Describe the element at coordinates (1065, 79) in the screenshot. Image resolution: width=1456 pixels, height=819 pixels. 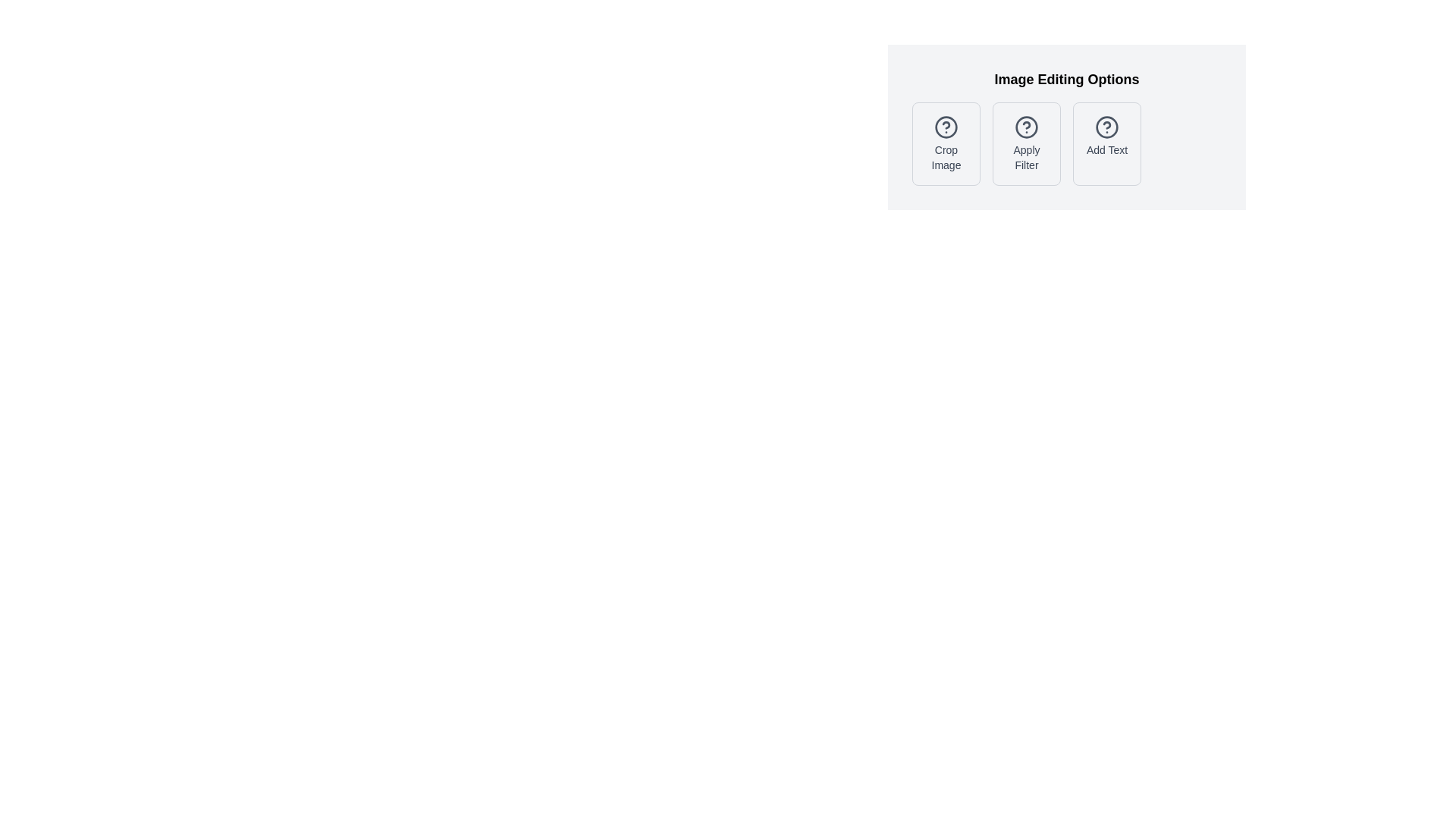
I see `text label that serves as a heading for the options below it, positioned centrally at the top of the group of options` at that location.